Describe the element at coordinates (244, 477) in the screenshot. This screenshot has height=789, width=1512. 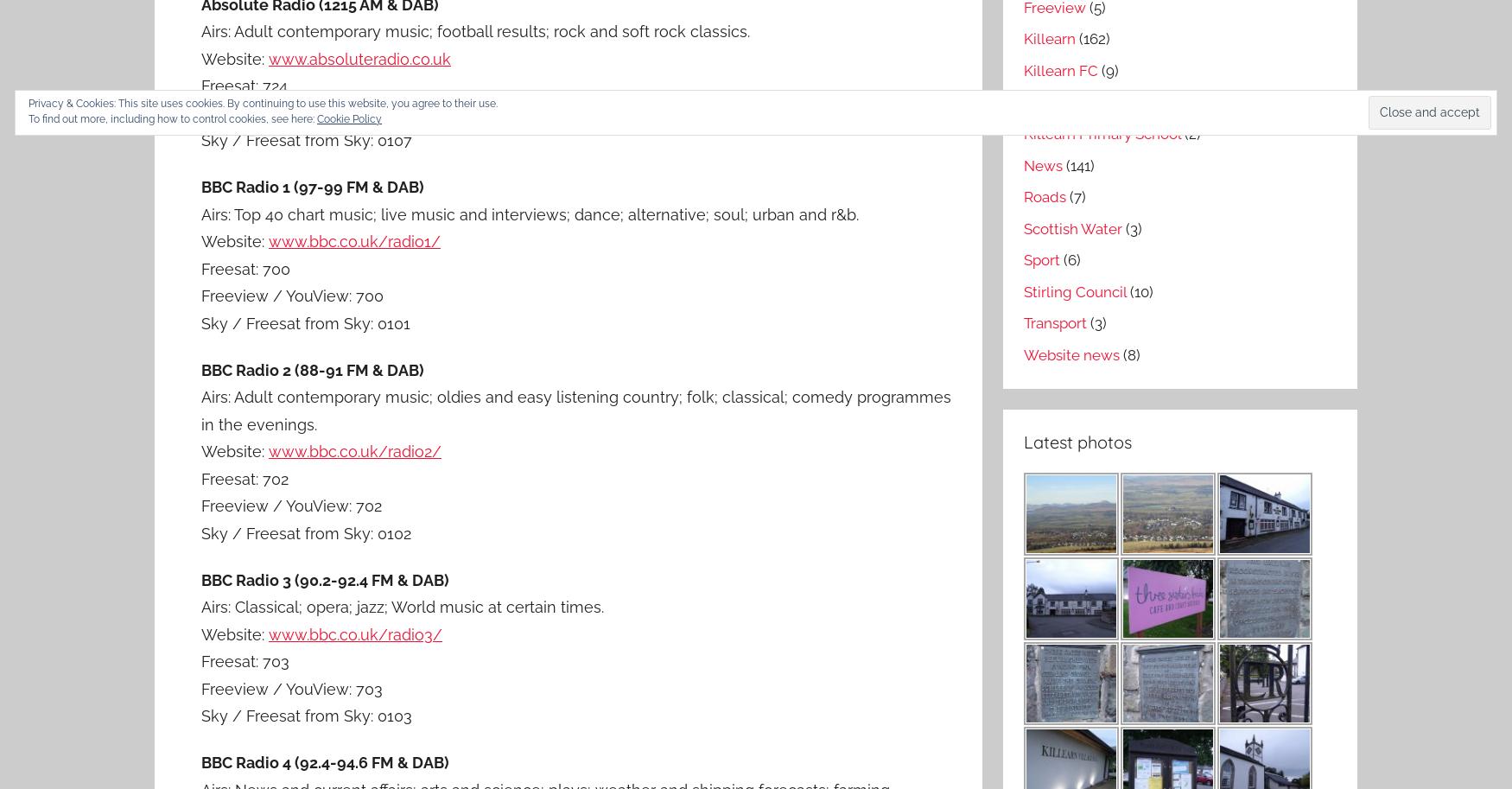
I see `'Freesat: 702'` at that location.